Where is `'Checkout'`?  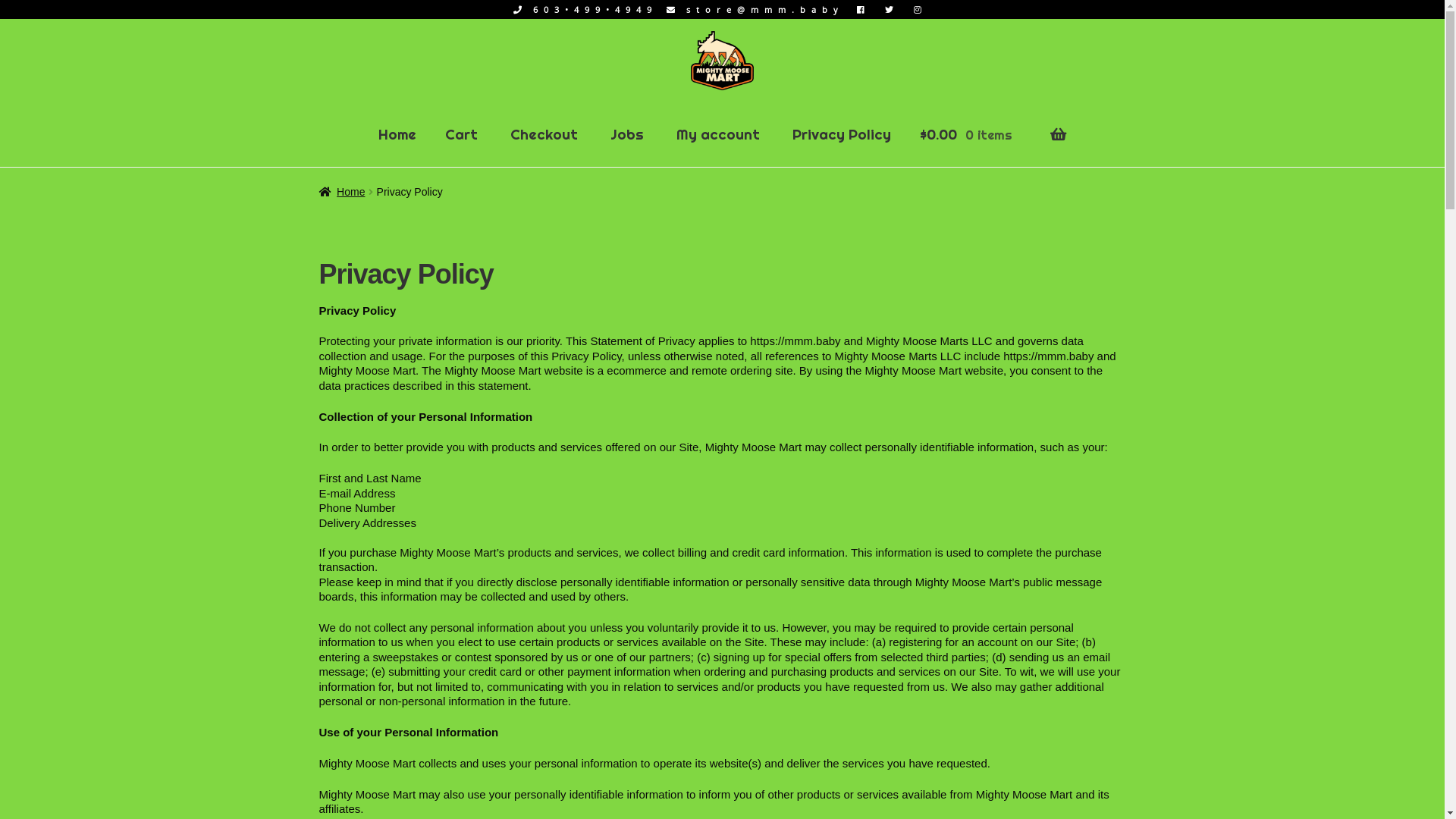 'Checkout' is located at coordinates (544, 133).